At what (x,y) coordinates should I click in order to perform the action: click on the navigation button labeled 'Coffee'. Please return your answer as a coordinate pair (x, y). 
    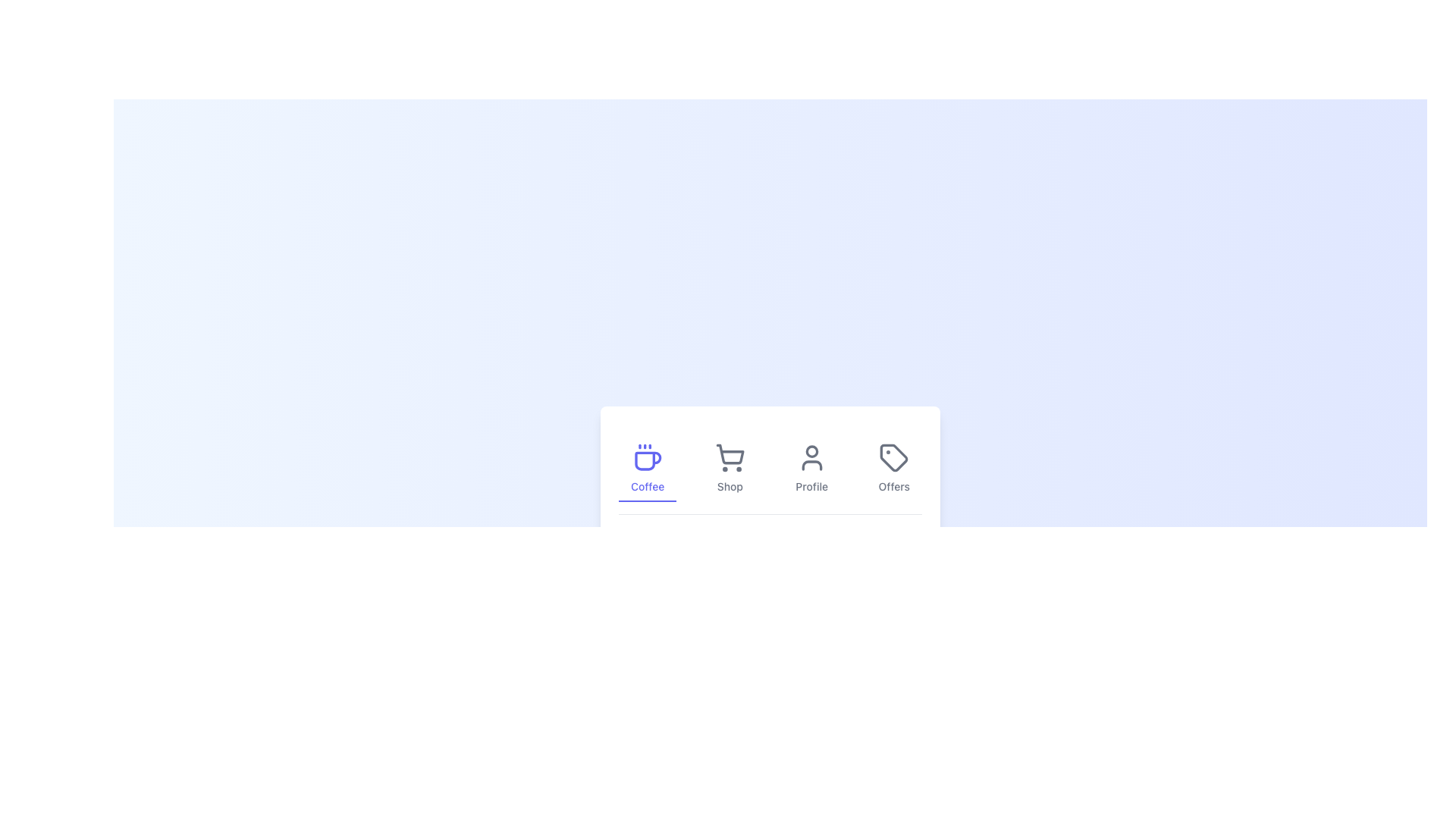
    Looking at the image, I should click on (648, 468).